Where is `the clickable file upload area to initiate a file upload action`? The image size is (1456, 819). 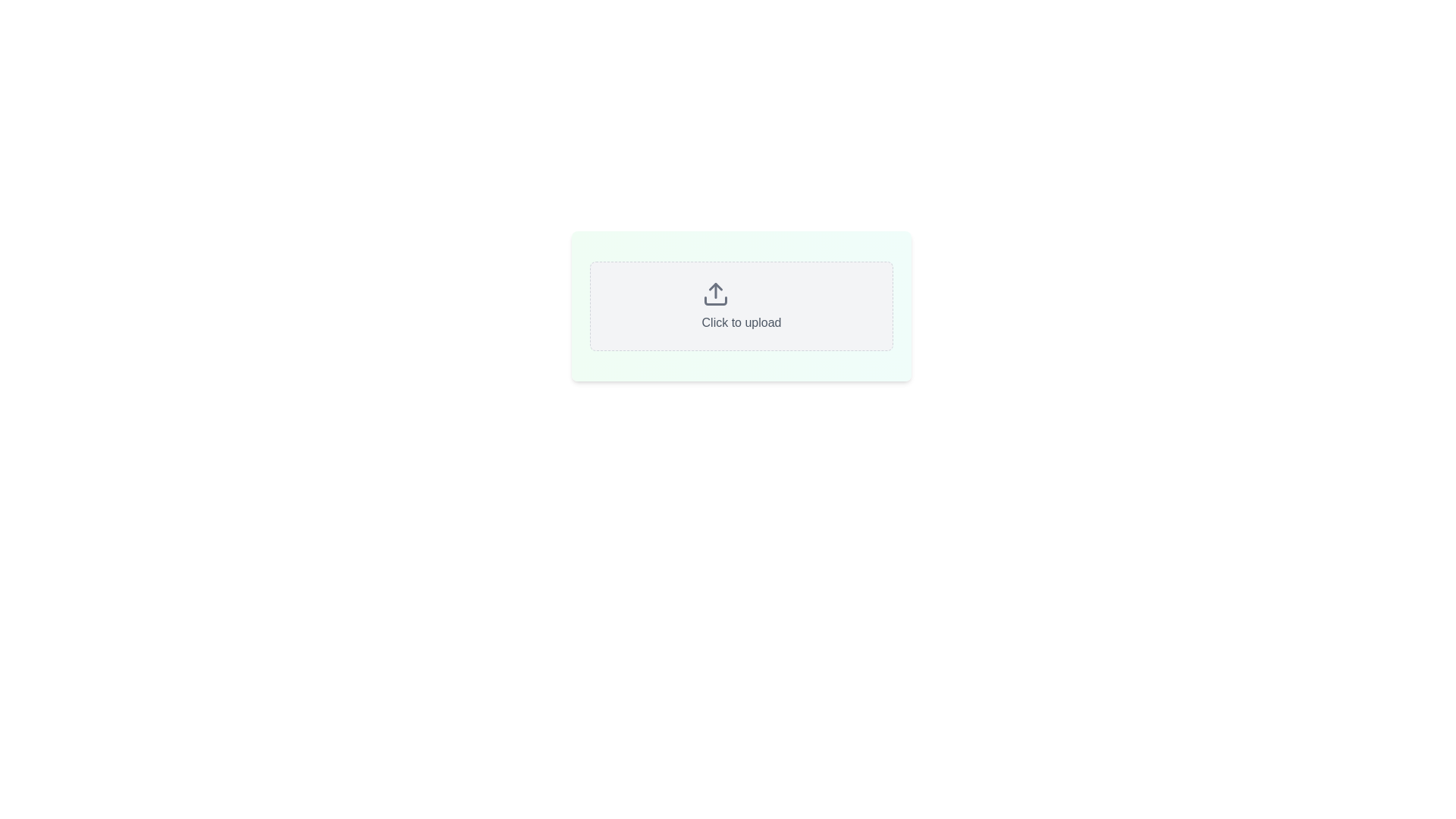 the clickable file upload area to initiate a file upload action is located at coordinates (742, 306).